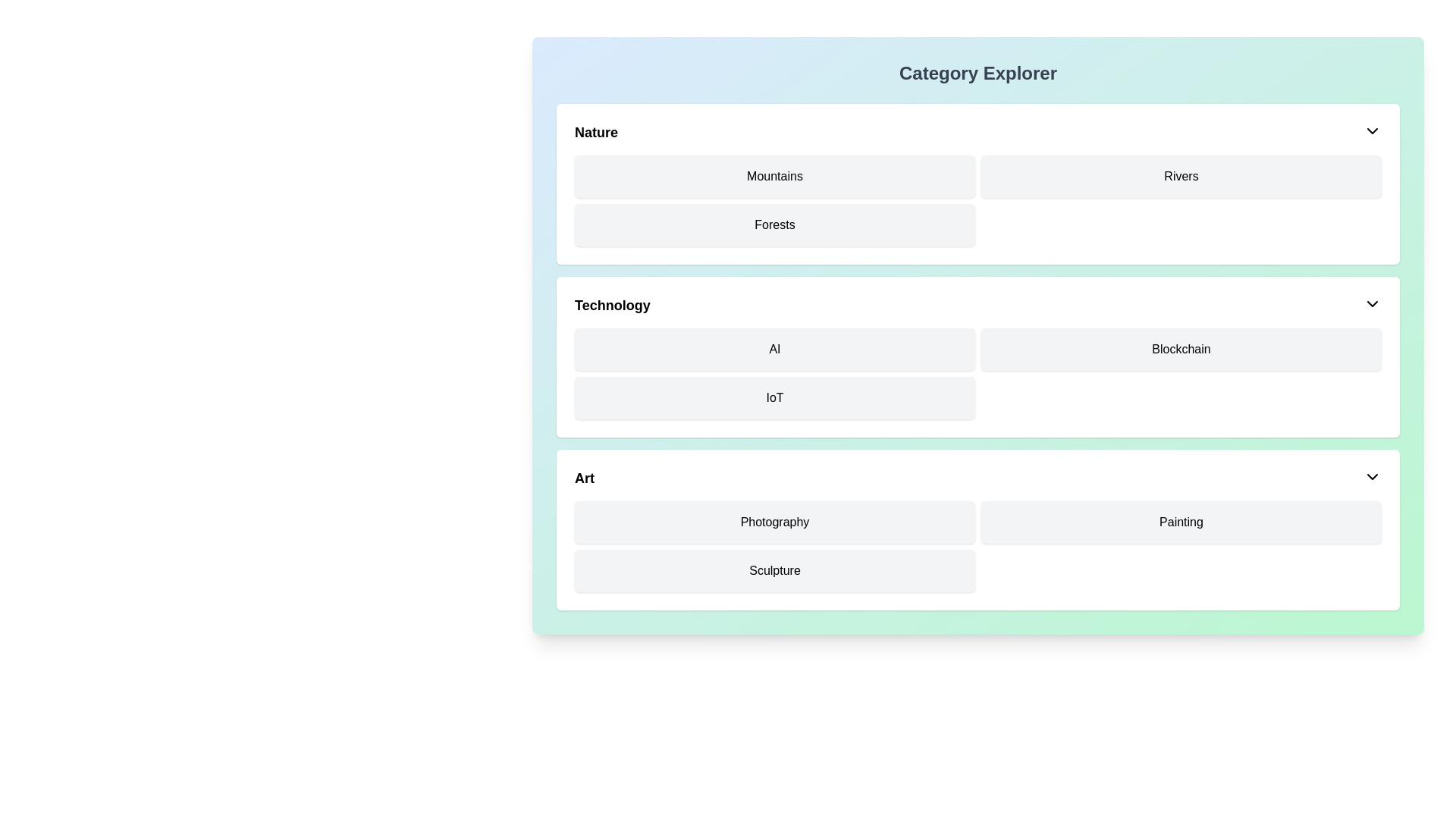 This screenshot has height=819, width=1456. Describe the element at coordinates (775, 570) in the screenshot. I see `the selectable option box for 'Sculpture' located in the 'Art' section, below the 'Photography' box` at that location.